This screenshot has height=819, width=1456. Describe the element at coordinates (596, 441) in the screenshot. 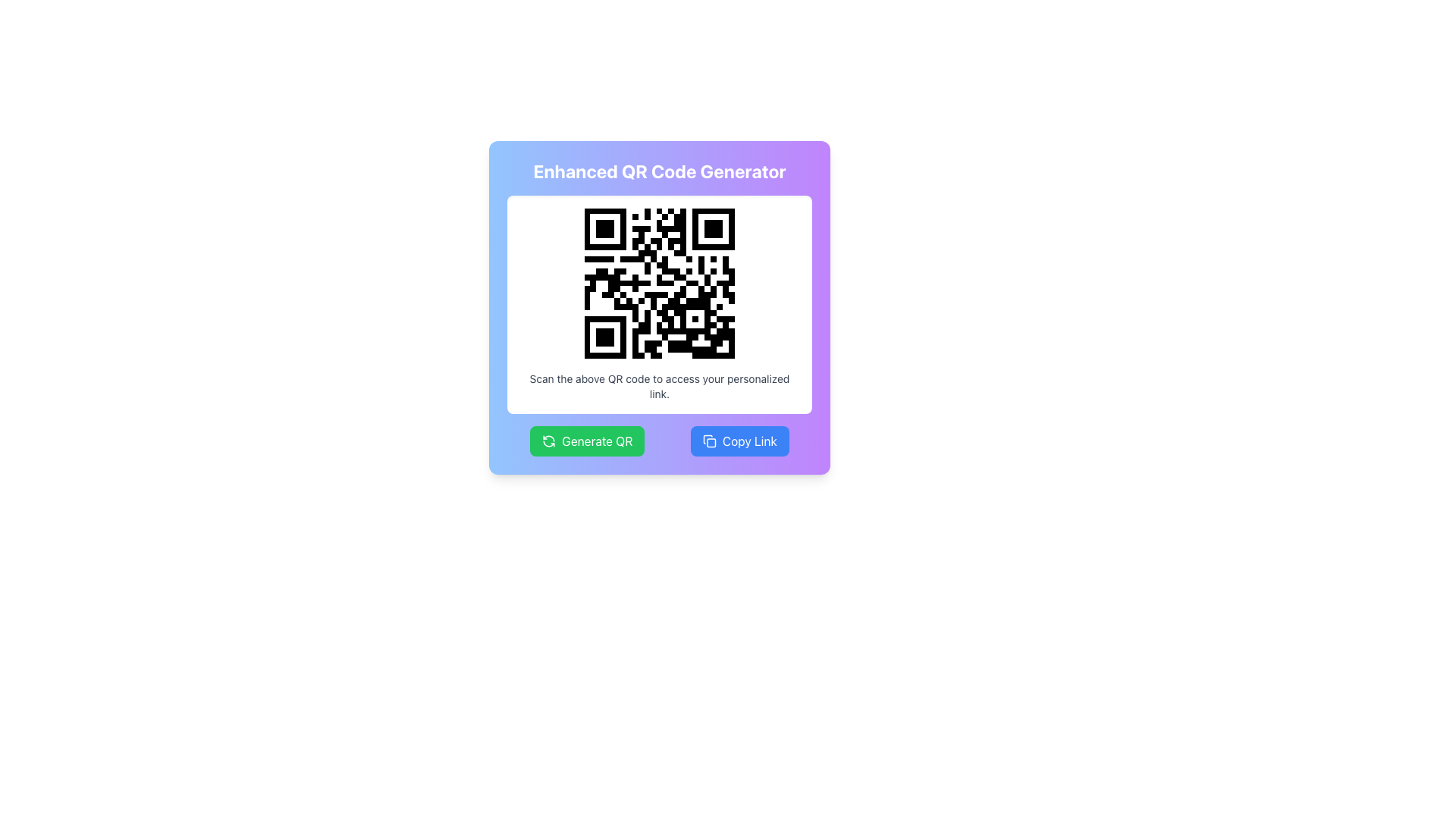

I see `the button labeled for QR code generation located at the bottom-left corner of the main card interface, which is the first button in a row of two buttons` at that location.